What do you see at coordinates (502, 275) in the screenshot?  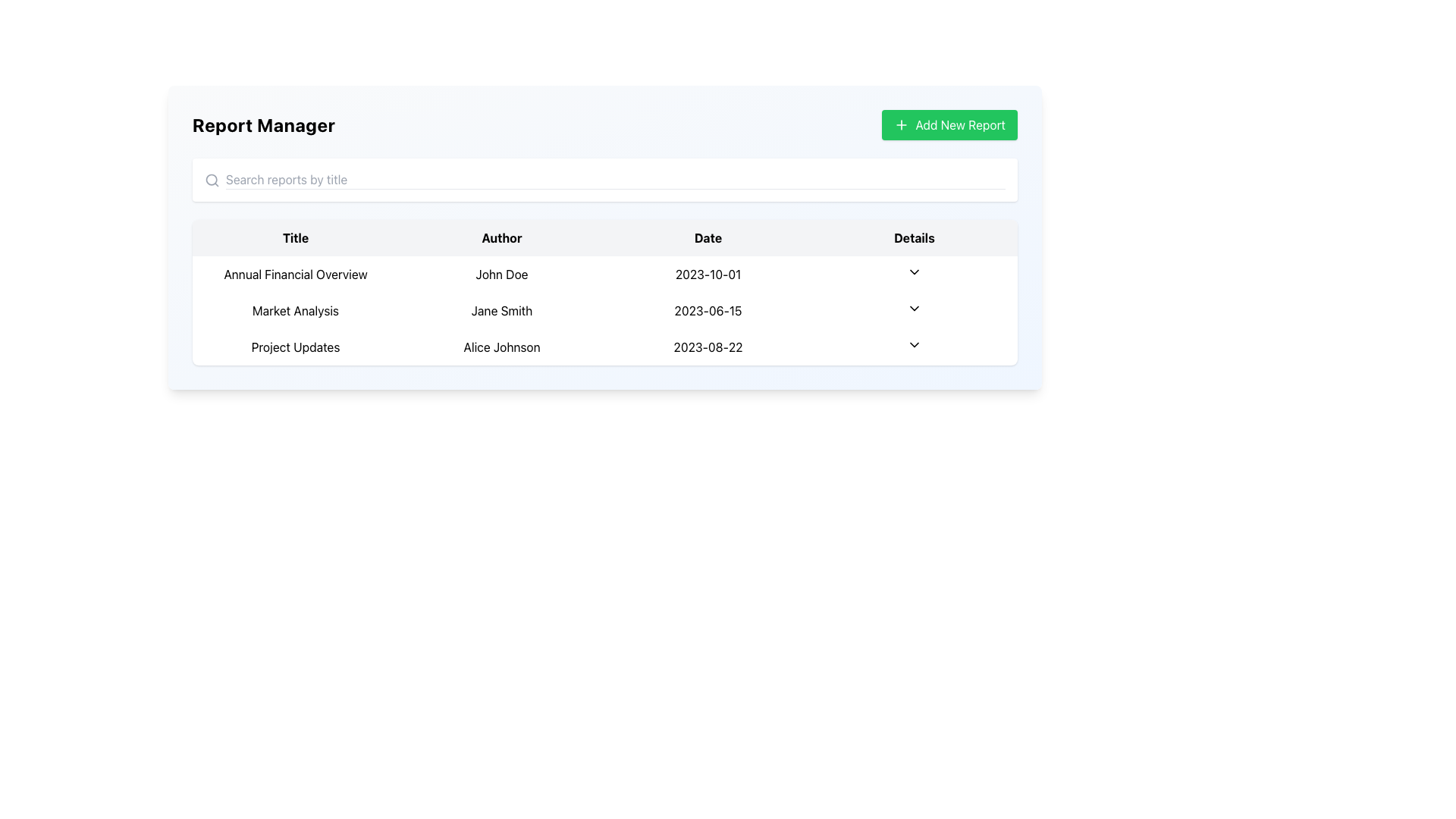 I see `the text label displaying 'John Doe' in the 'Author' column of the table` at bounding box center [502, 275].